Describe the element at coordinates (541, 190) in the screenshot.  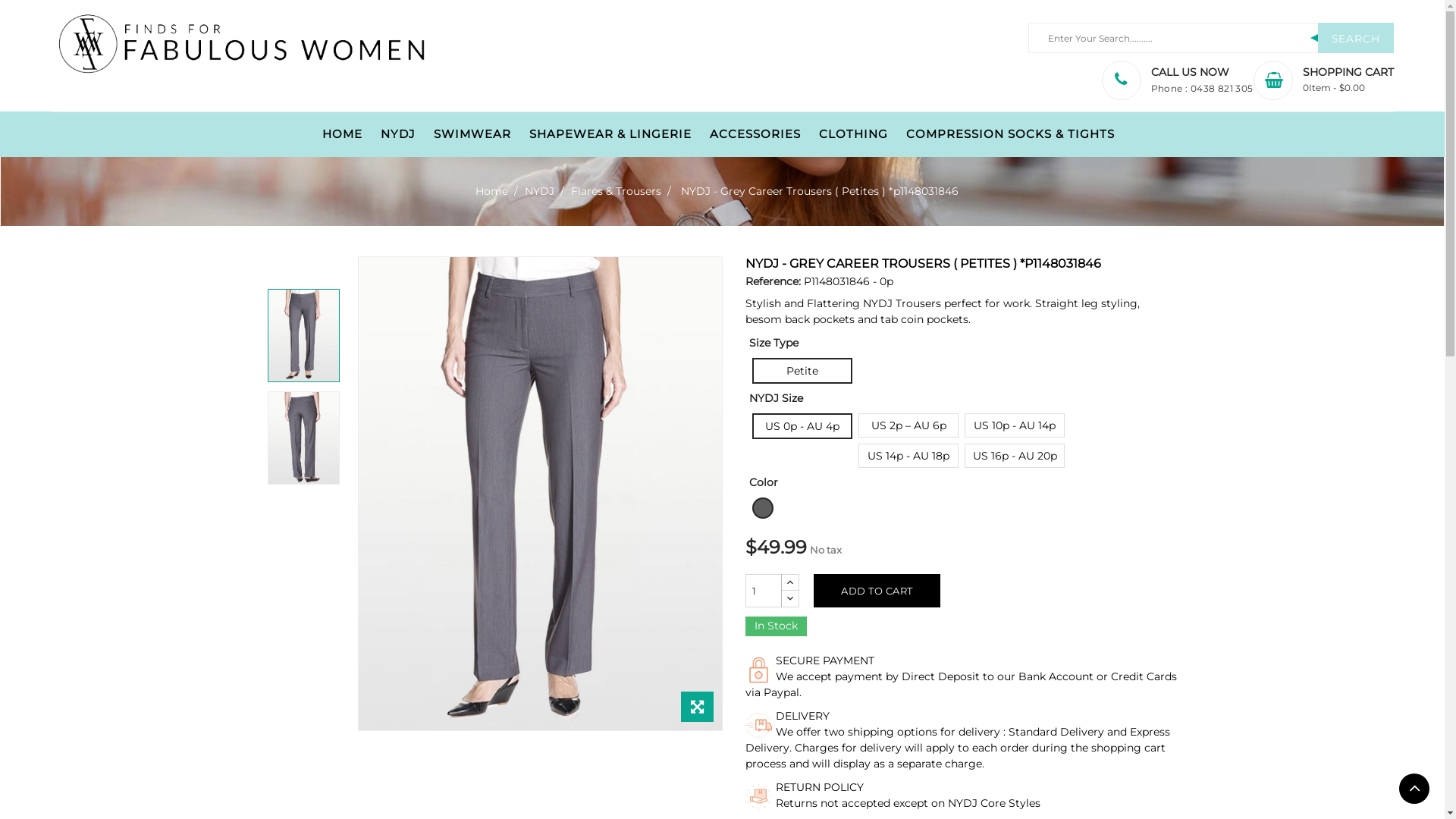
I see `'NYDJ'` at that location.